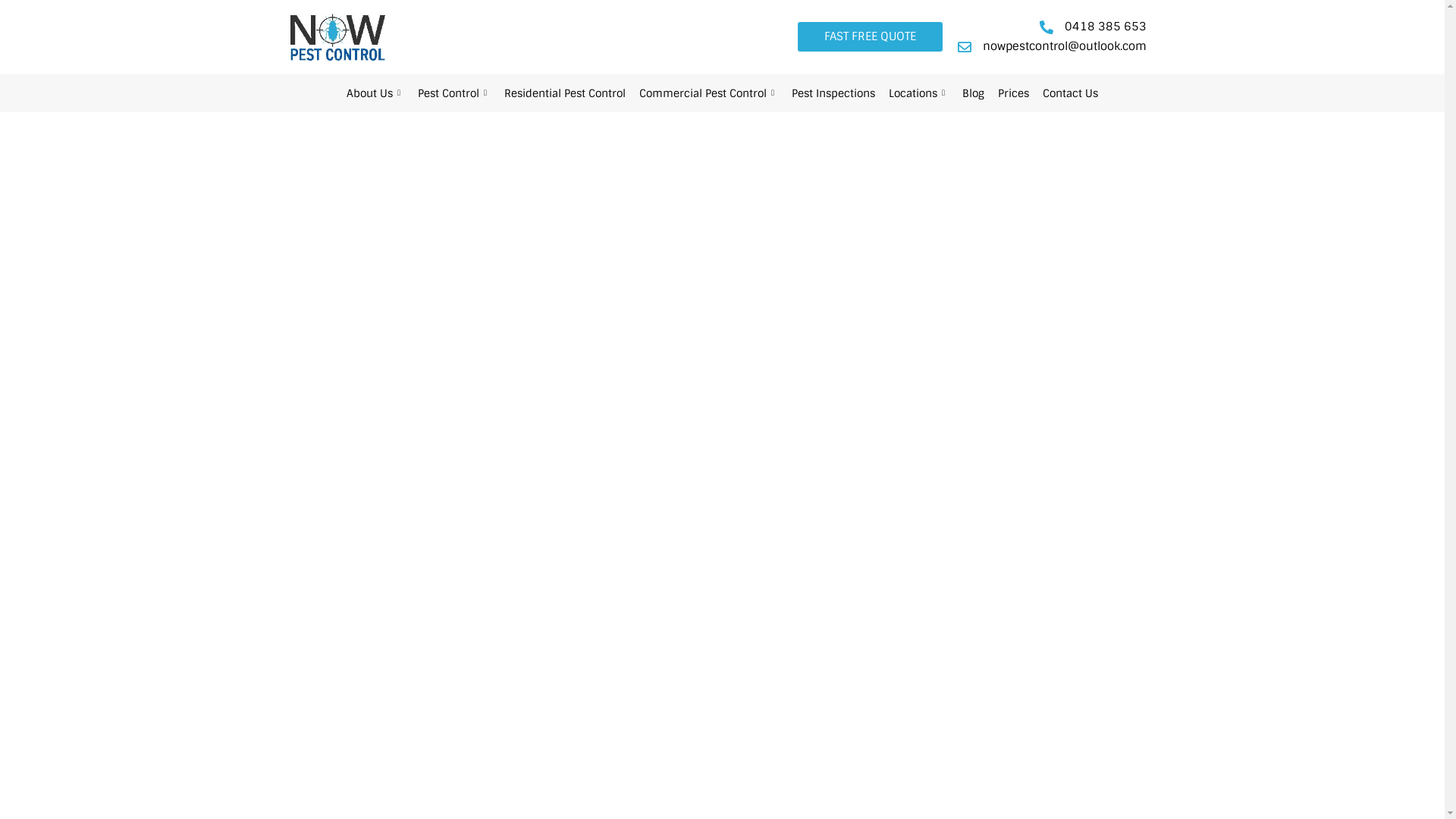 The image size is (1456, 819). What do you see at coordinates (990, 93) in the screenshot?
I see `'Prices'` at bounding box center [990, 93].